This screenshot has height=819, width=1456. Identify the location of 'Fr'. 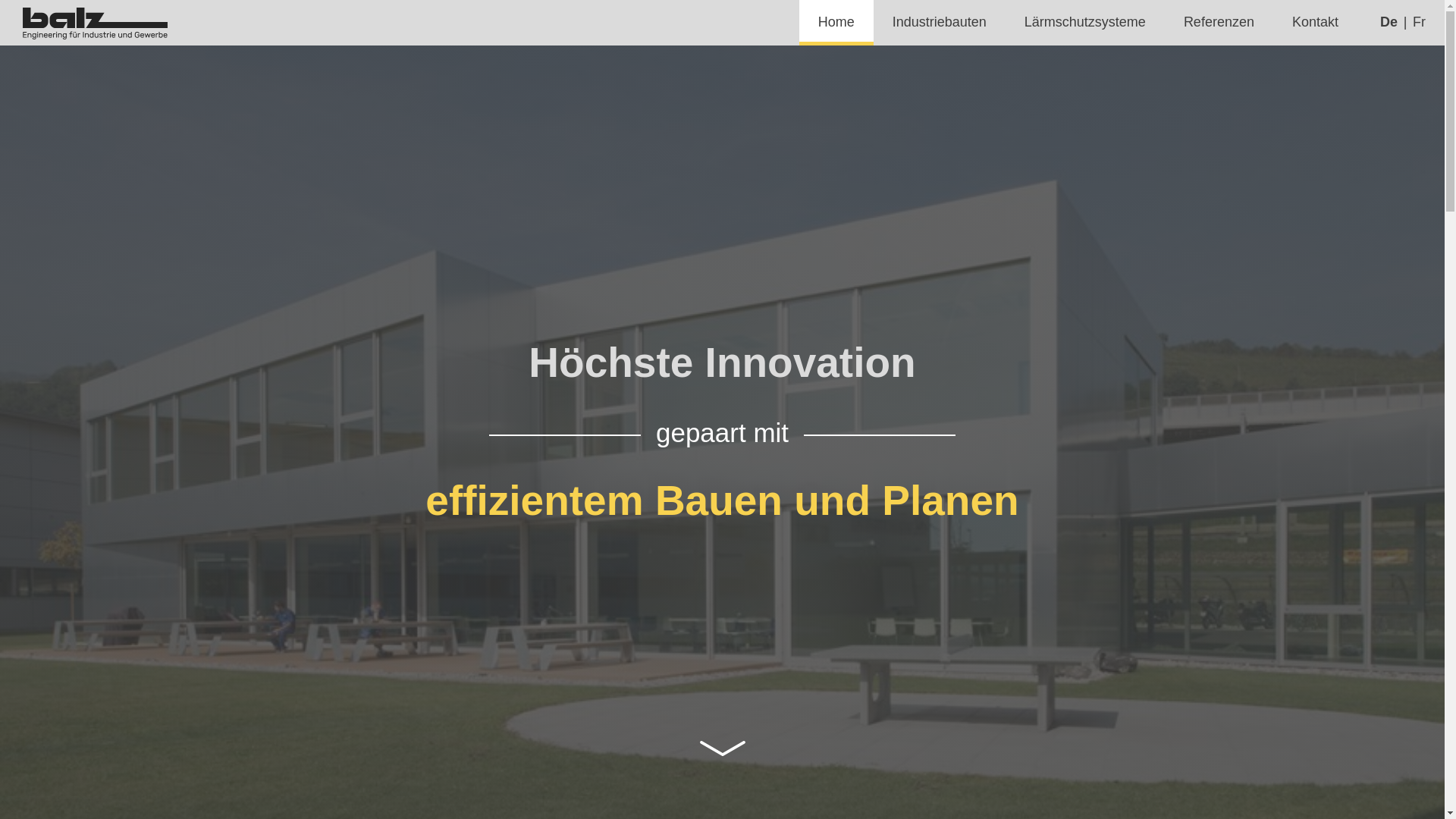
(1404, 23).